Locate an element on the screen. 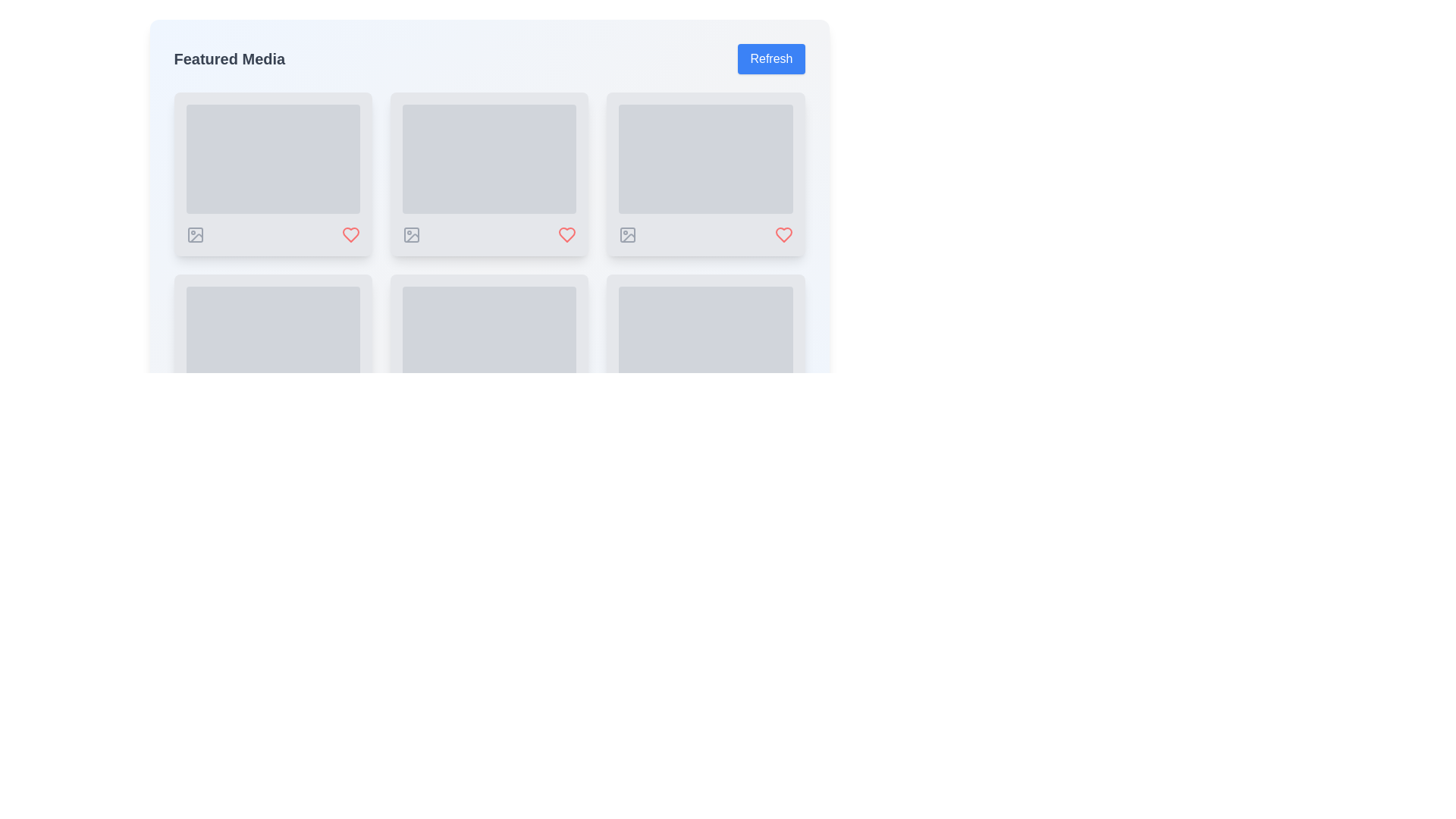 The image size is (1456, 819). the rectangular SVG shape with rounded edges located in the upper-left image placeholder under the 'Featured Media' heading is located at coordinates (194, 234).